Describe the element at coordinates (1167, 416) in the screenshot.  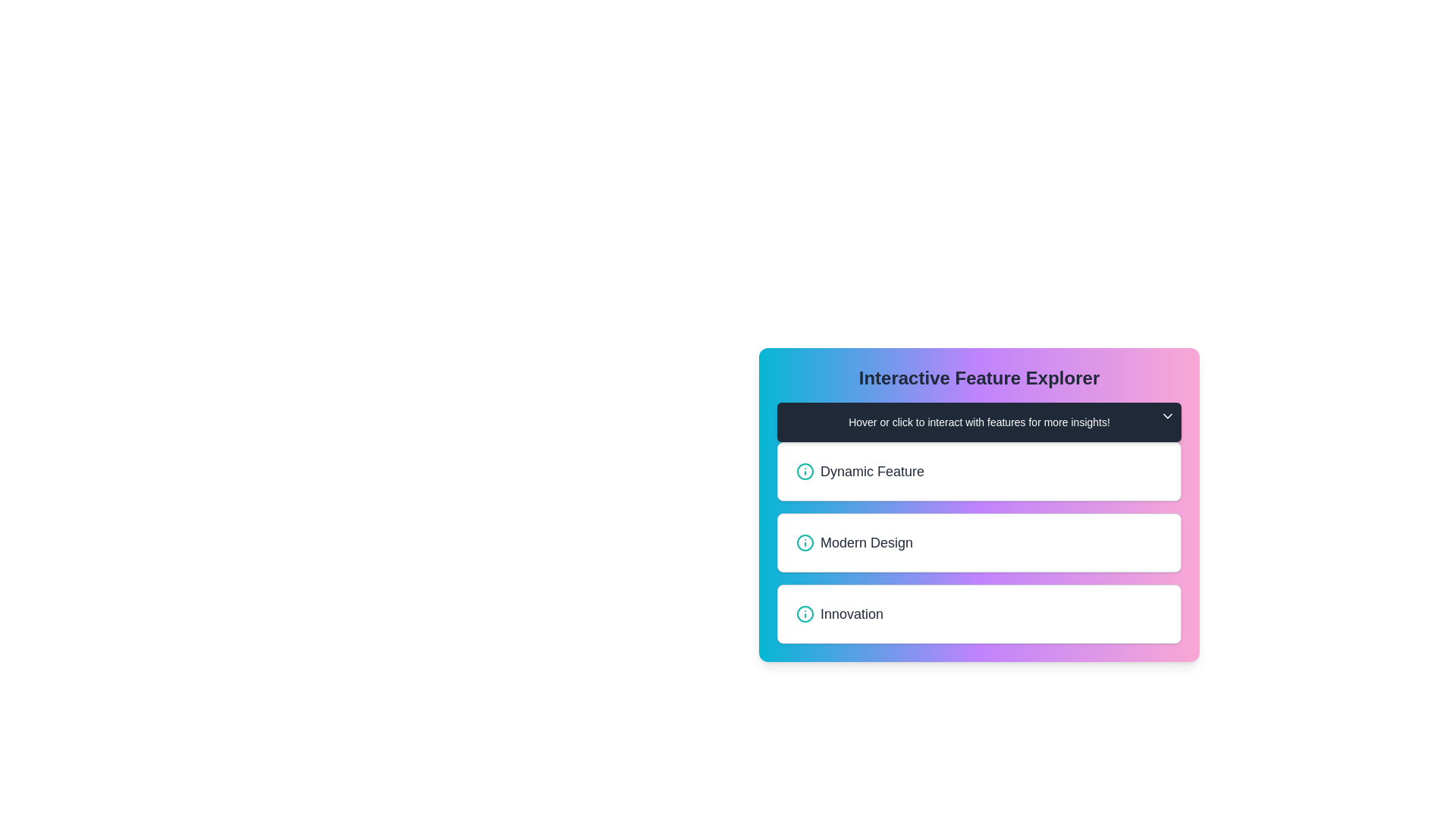
I see `the downward chevron dropdown indicator icon located in the top-right corner of the dark text box containing the message 'Hover or click to interact with features for more insights!'` at that location.